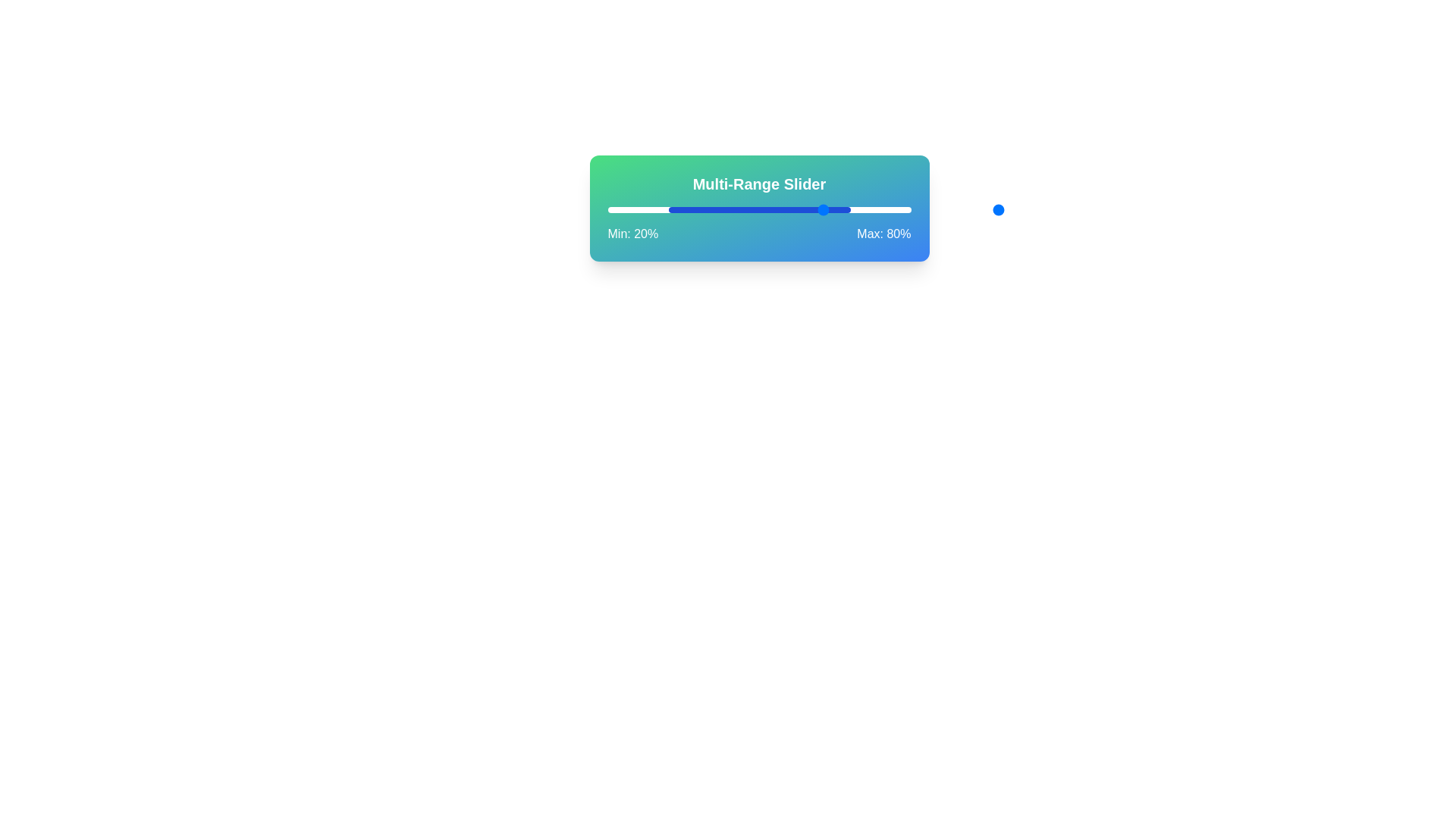 This screenshot has width=1456, height=819. Describe the element at coordinates (810, 210) in the screenshot. I see `the slider` at that location.